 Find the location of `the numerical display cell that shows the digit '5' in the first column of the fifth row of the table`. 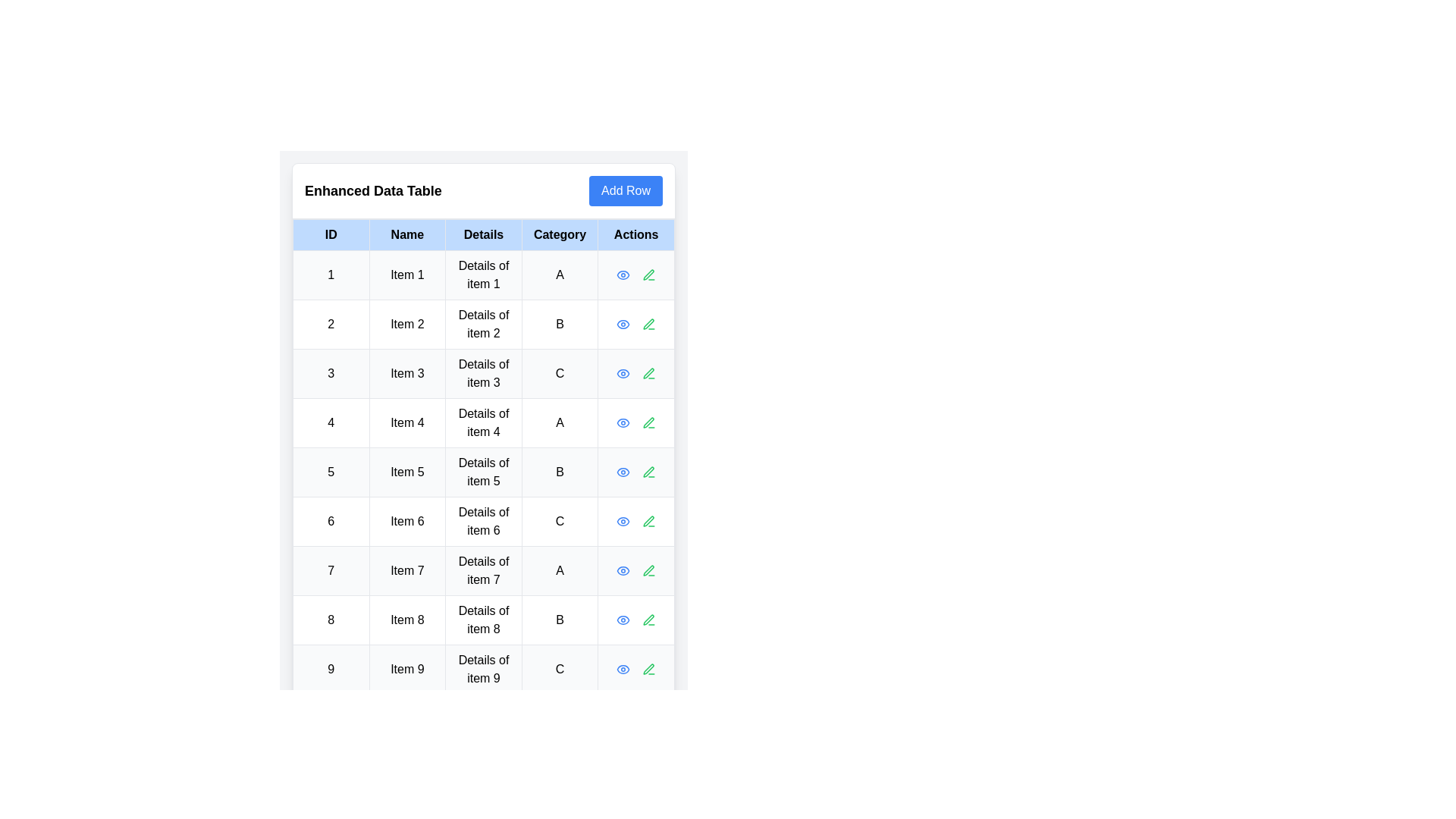

the numerical display cell that shows the digit '5' in the first column of the fifth row of the table is located at coordinates (330, 472).